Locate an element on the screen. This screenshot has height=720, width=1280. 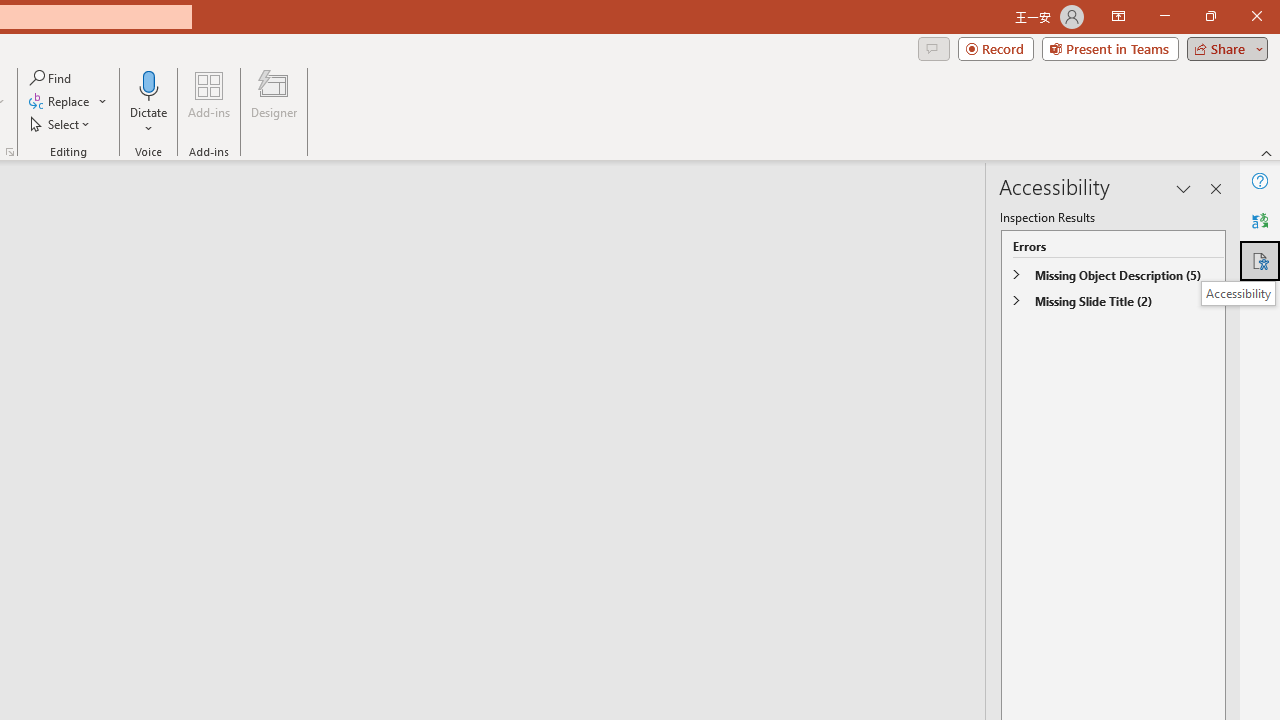
'Format Object...' is located at coordinates (10, 150).